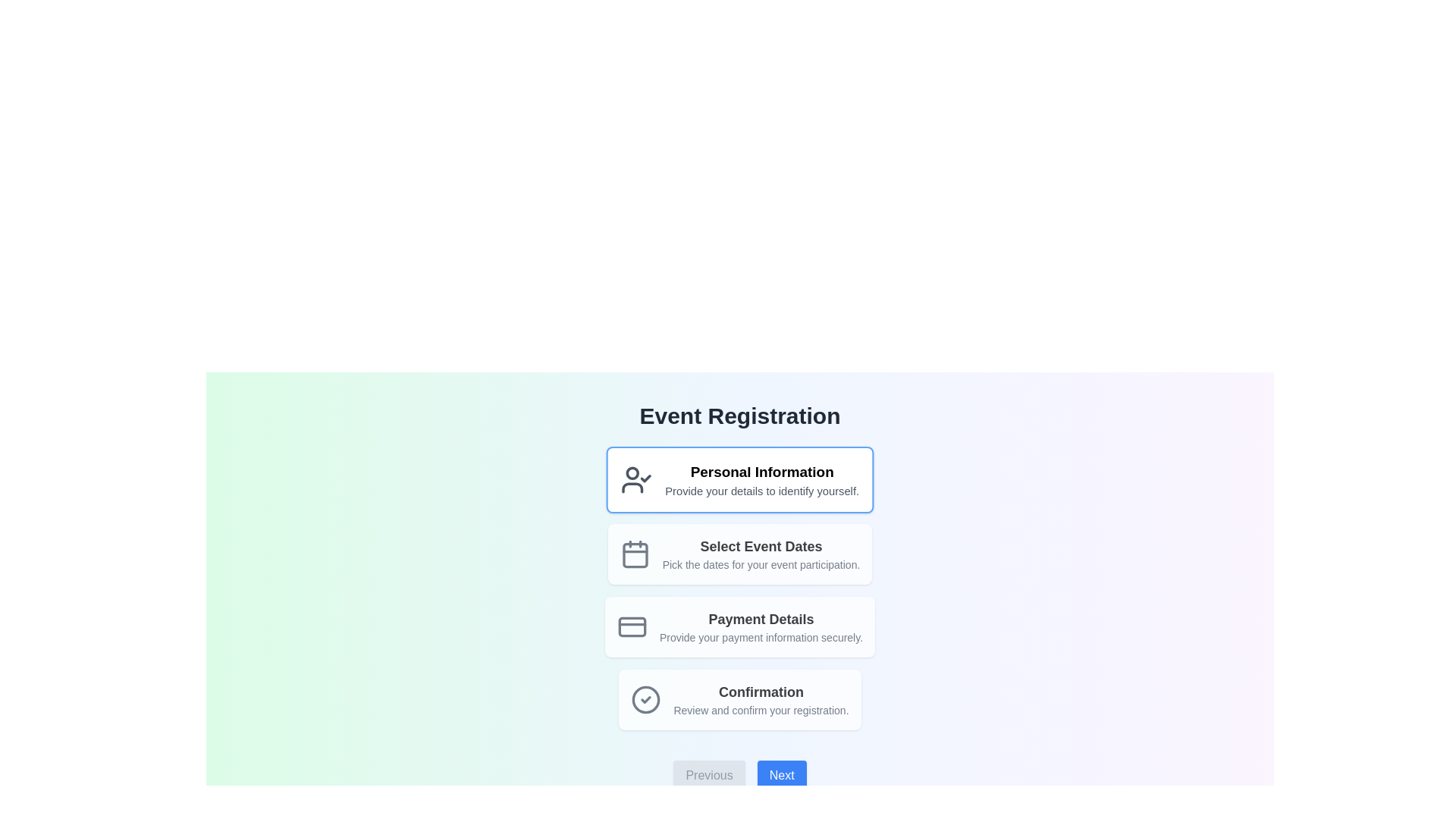 The width and height of the screenshot is (1456, 819). Describe the element at coordinates (762, 471) in the screenshot. I see `the prominent 'Personal Information' text label, which is displayed in bold and slightly enlarged font style, indicating its significance in the user input section` at that location.